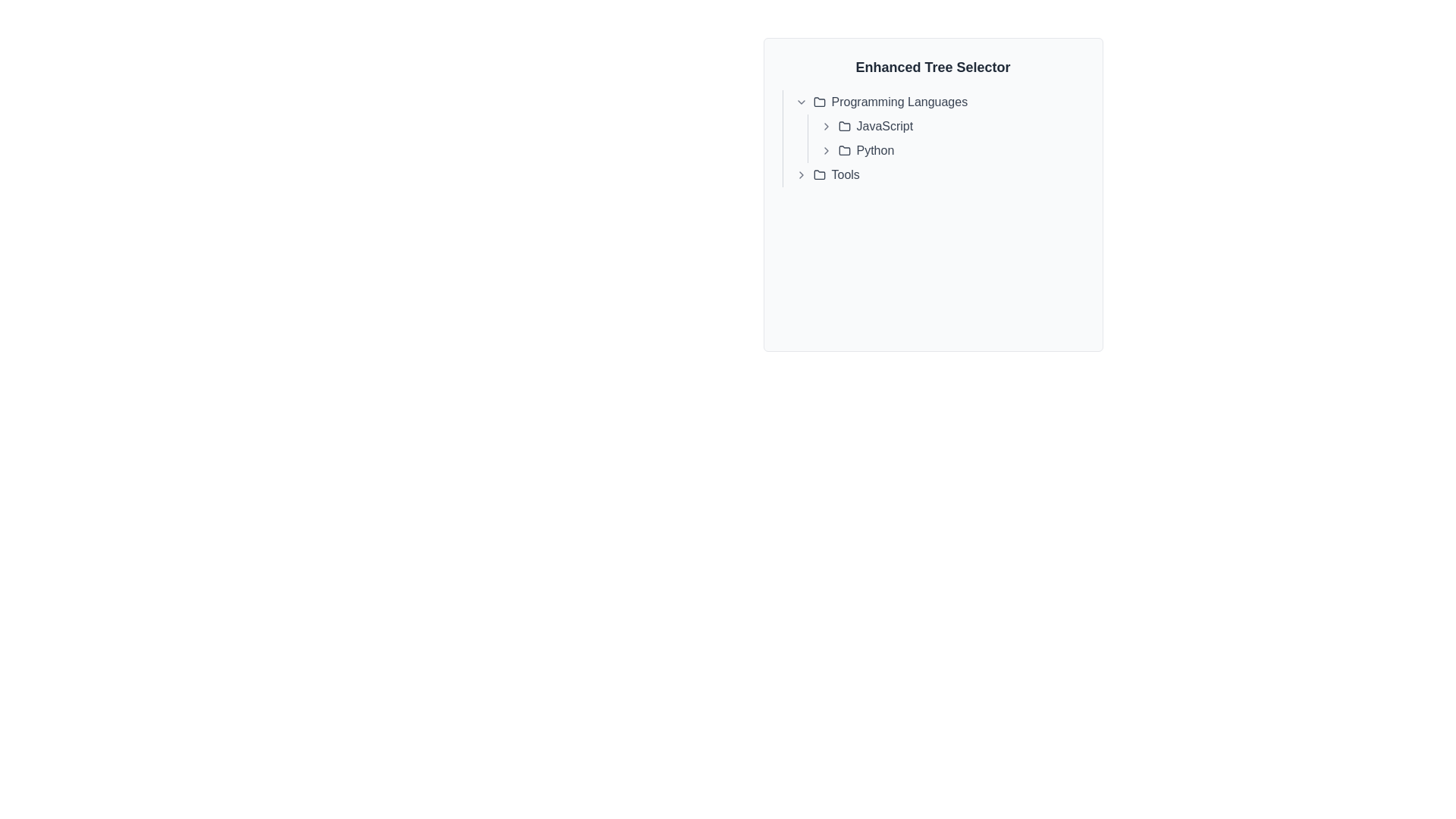  What do you see at coordinates (800, 174) in the screenshot?
I see `the chevron icon` at bounding box center [800, 174].